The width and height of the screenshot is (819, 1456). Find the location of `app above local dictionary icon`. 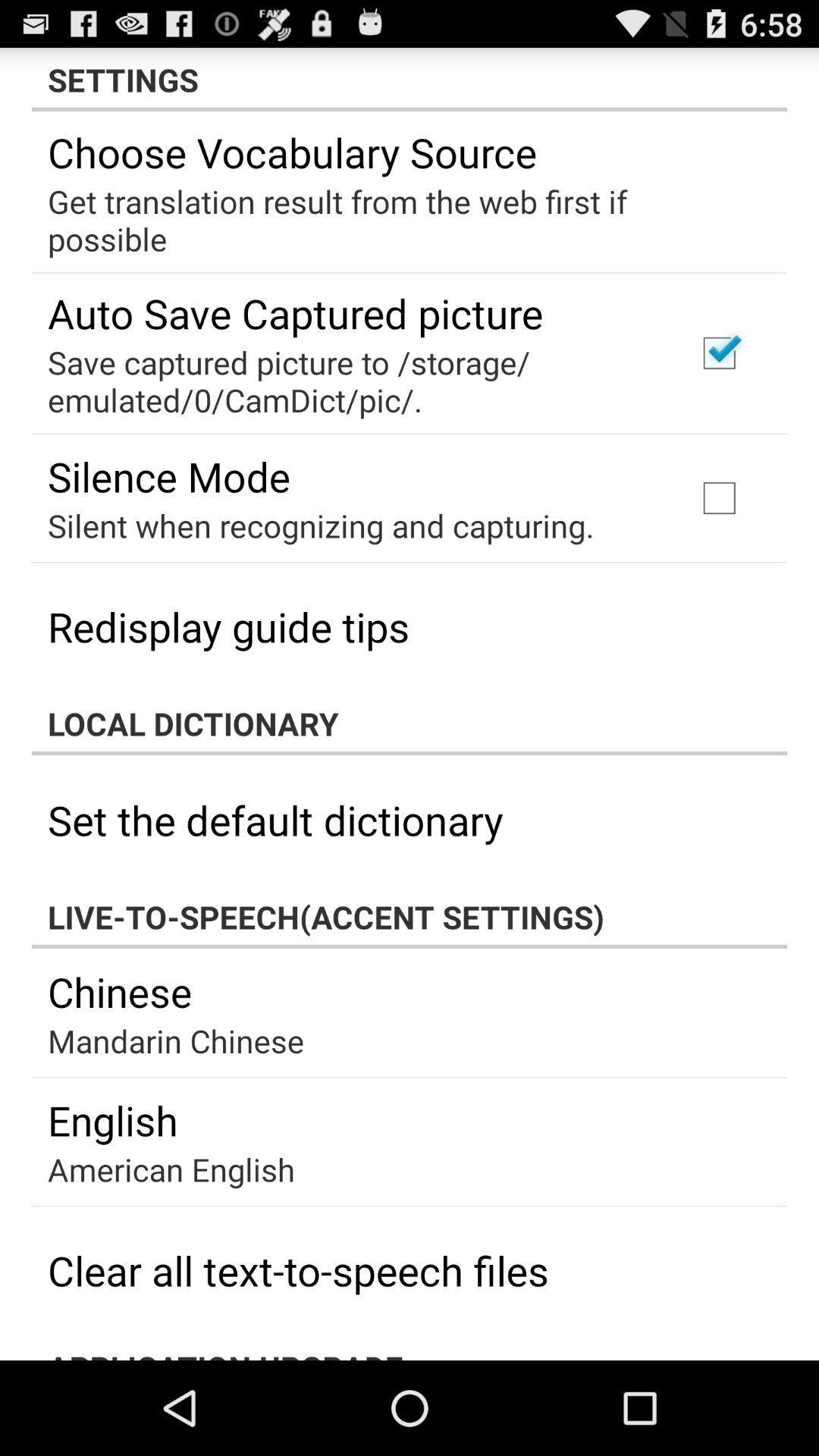

app above local dictionary icon is located at coordinates (228, 626).